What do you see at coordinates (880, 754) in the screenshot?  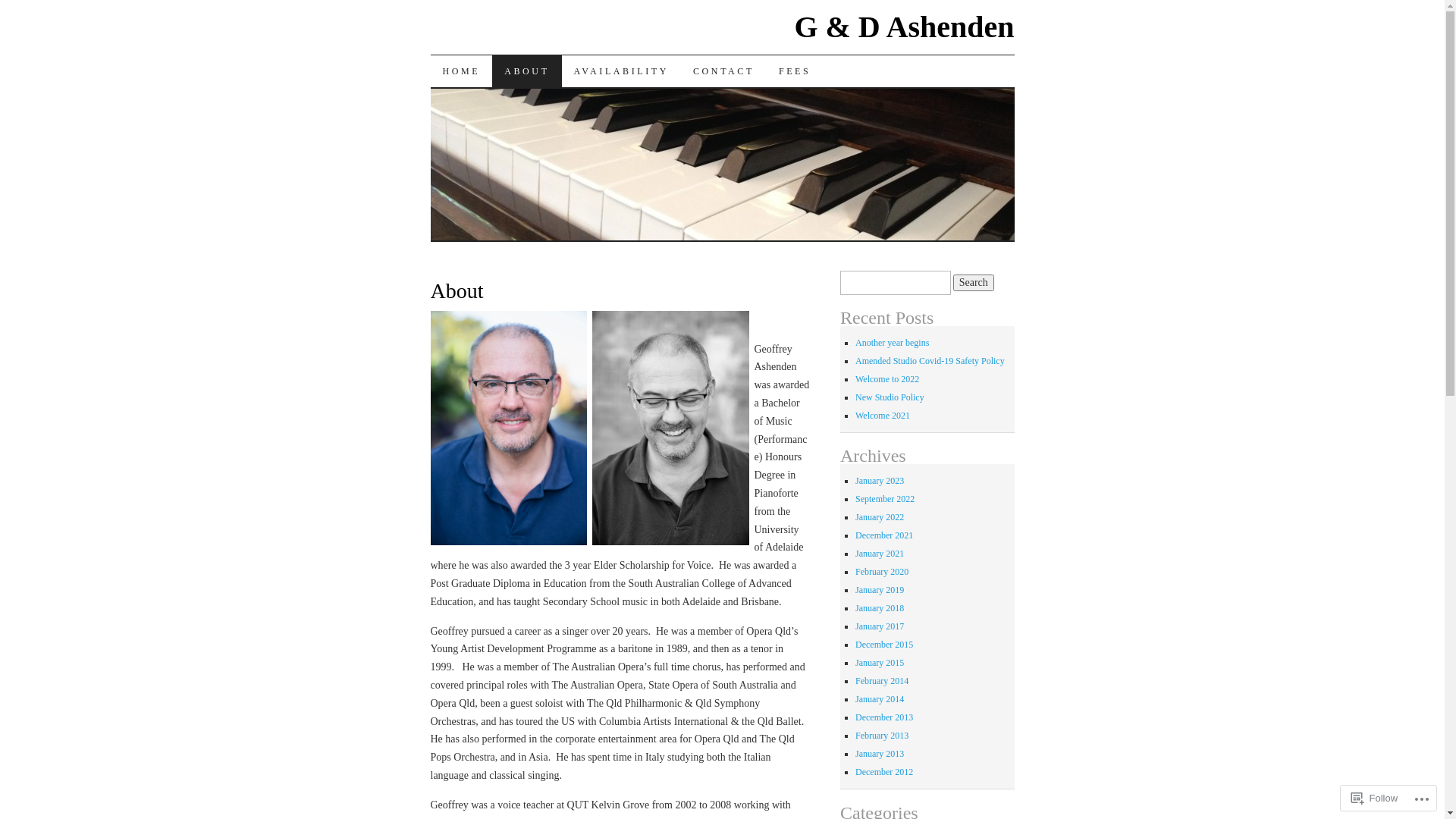 I see `'January 2013'` at bounding box center [880, 754].